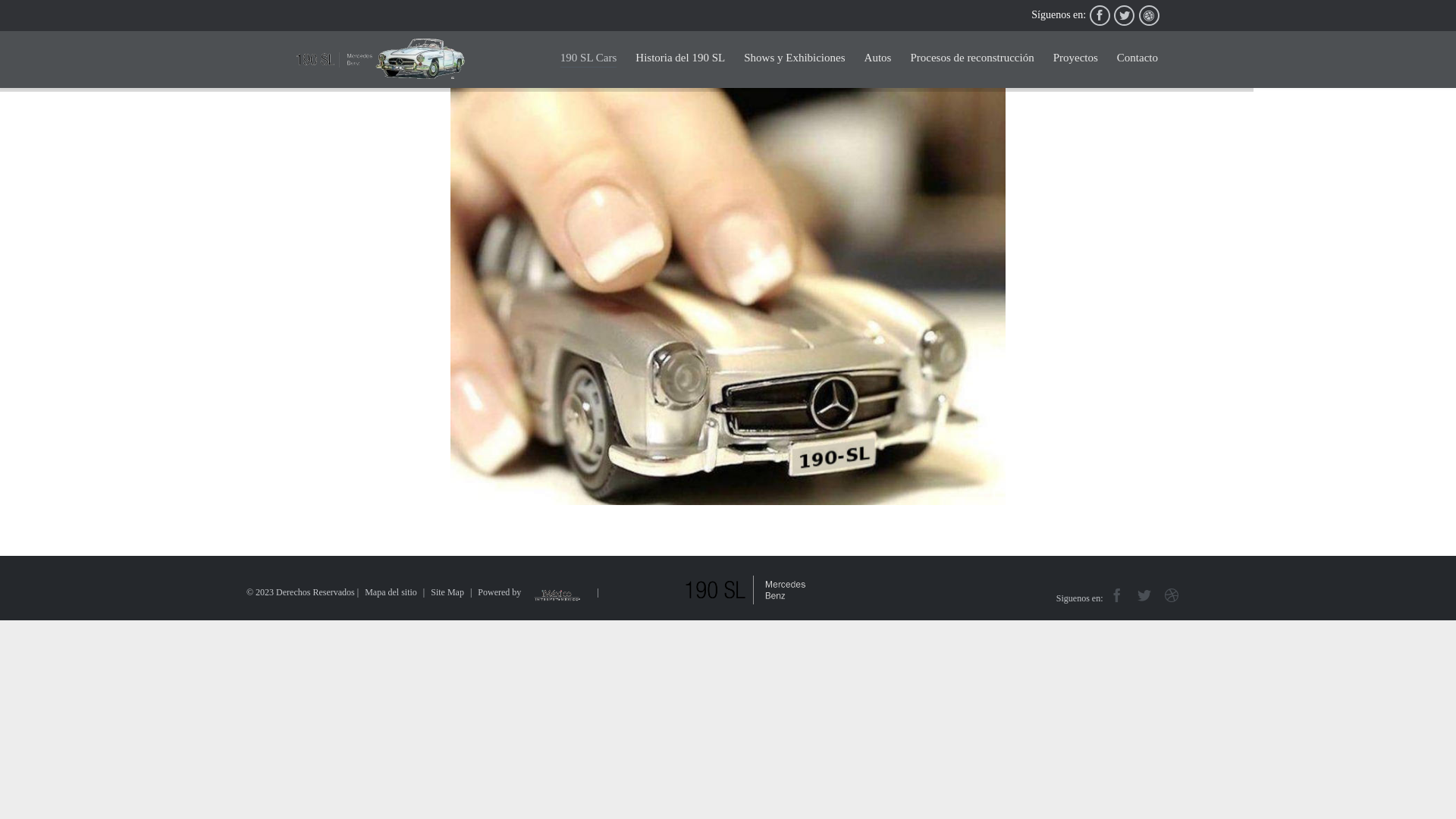 This screenshot has height=819, width=1456. Describe the element at coordinates (877, 58) in the screenshot. I see `'Autos'` at that location.